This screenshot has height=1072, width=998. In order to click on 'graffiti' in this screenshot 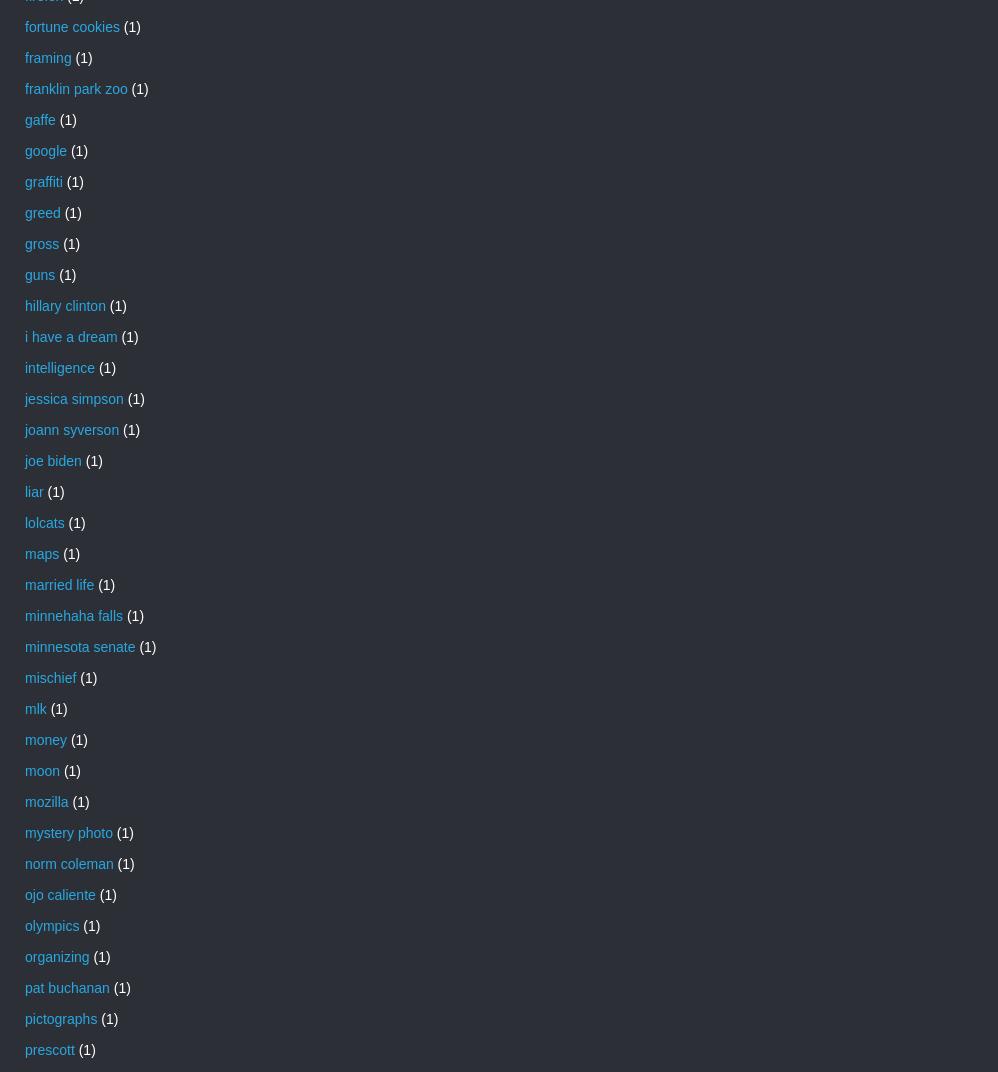, I will do `click(25, 179)`.